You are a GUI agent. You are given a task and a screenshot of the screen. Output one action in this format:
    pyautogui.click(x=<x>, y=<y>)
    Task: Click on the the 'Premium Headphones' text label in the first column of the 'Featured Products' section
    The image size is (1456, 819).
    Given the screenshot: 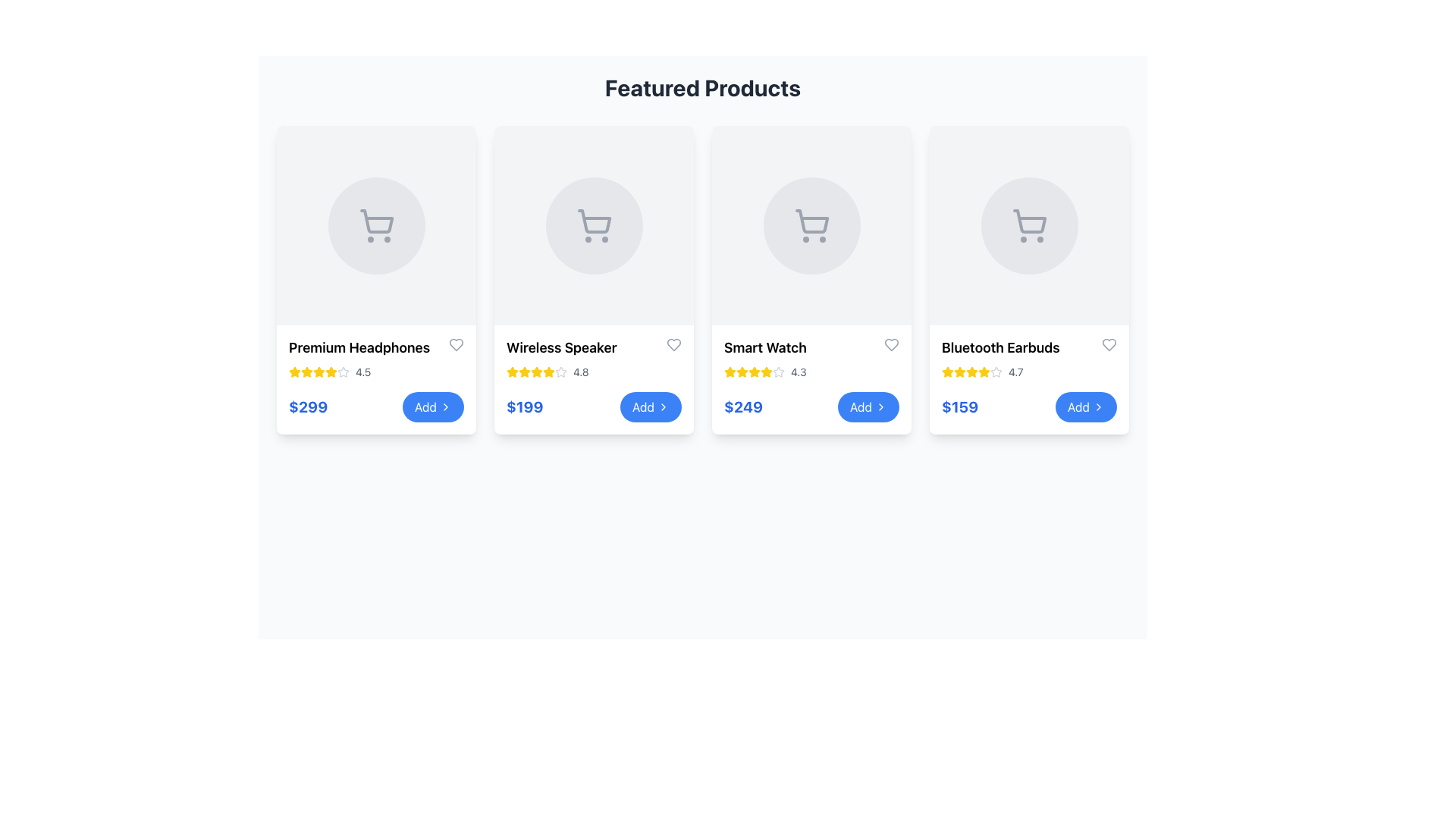 What is the action you would take?
    pyautogui.click(x=359, y=348)
    